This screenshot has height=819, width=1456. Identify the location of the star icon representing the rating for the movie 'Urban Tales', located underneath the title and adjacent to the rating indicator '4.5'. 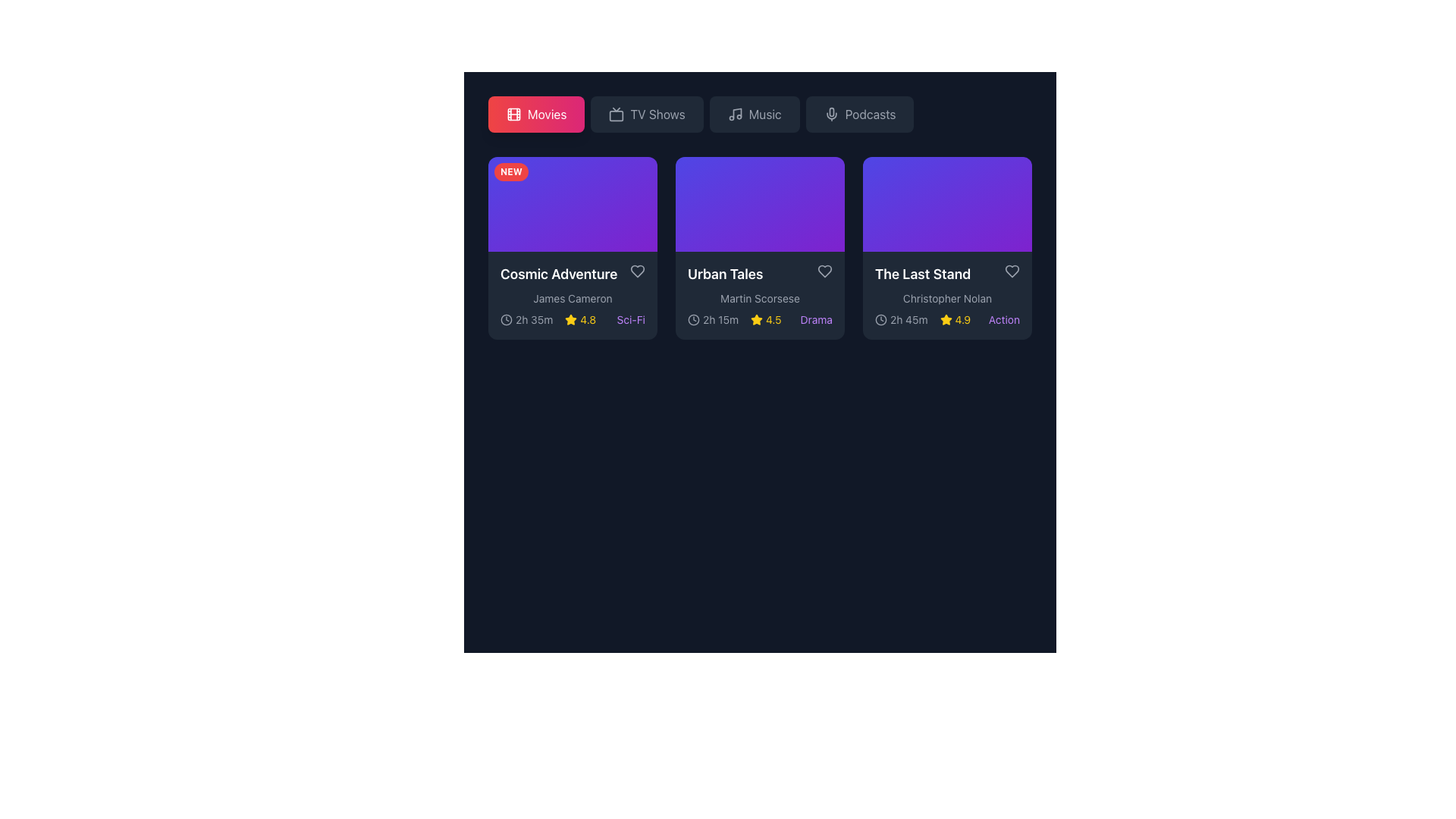
(757, 319).